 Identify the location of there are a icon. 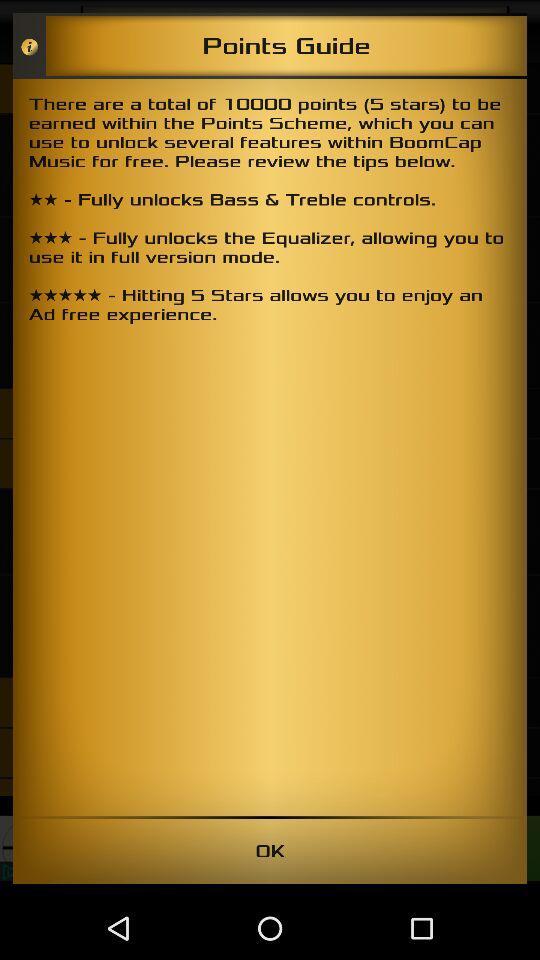
(270, 447).